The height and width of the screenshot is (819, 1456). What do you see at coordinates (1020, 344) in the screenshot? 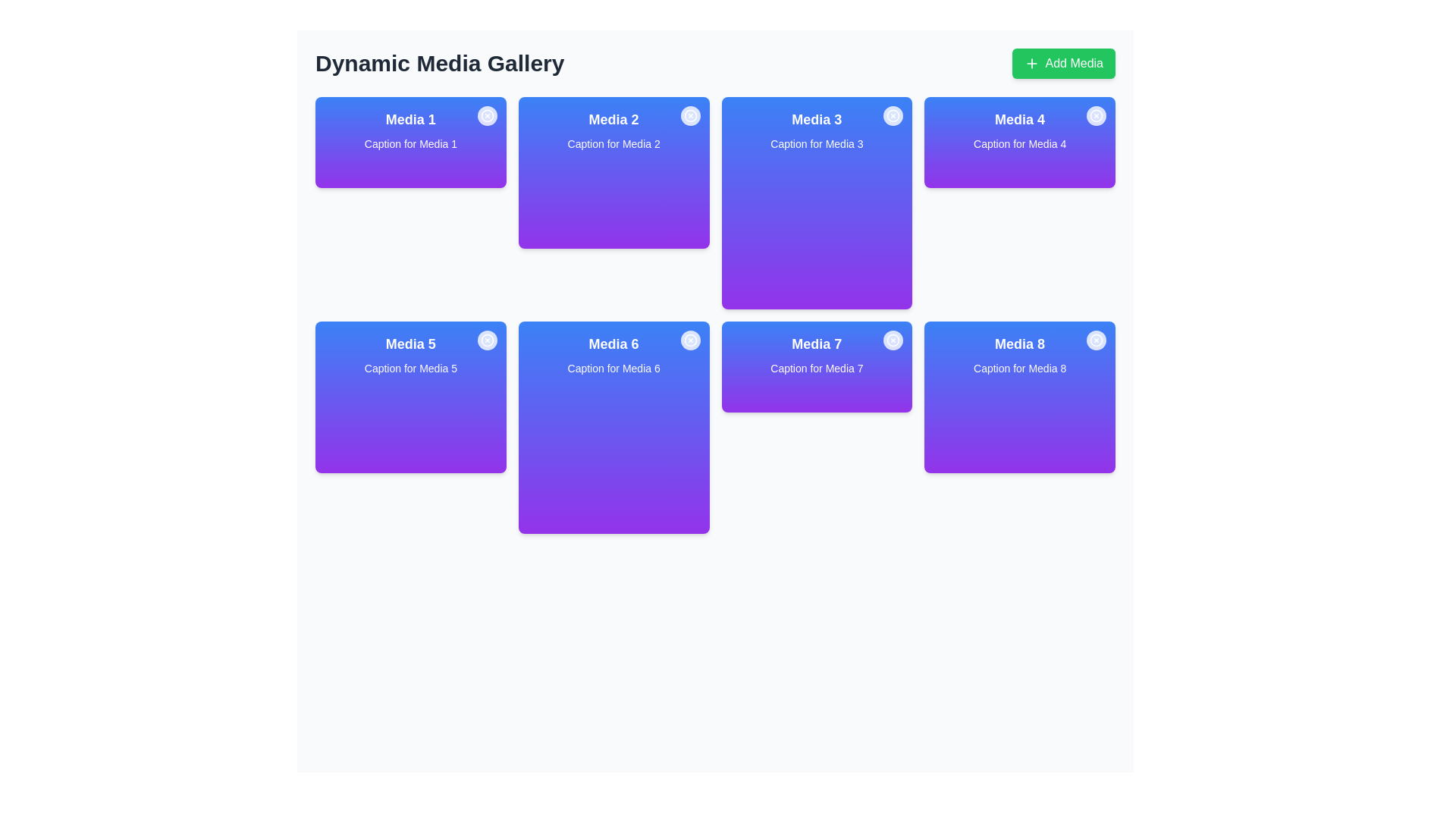
I see `the text label that serves as a title or header for the card, specifically labeled 'Media 8', located at the rightmost card in the last row of a grid layout` at bounding box center [1020, 344].